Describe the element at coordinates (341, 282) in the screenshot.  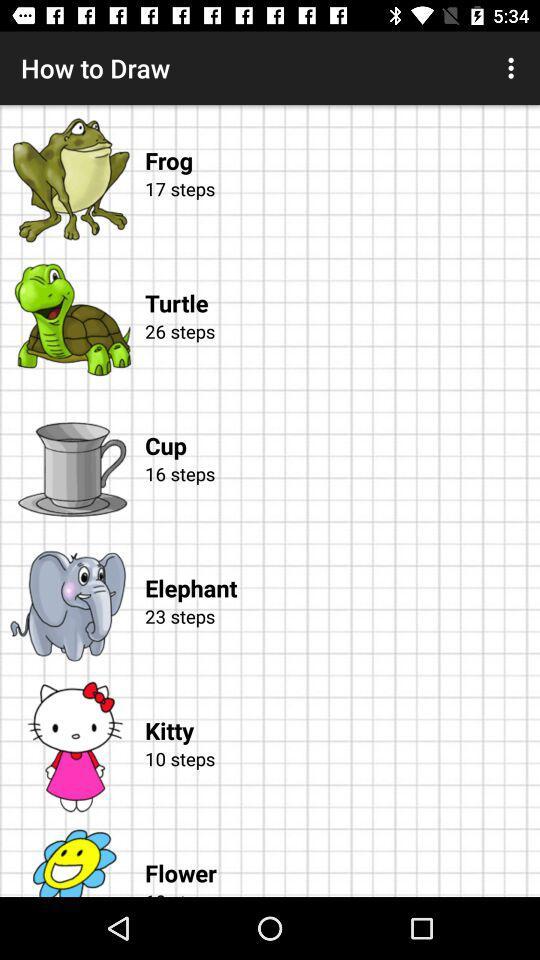
I see `the turtle icon` at that location.